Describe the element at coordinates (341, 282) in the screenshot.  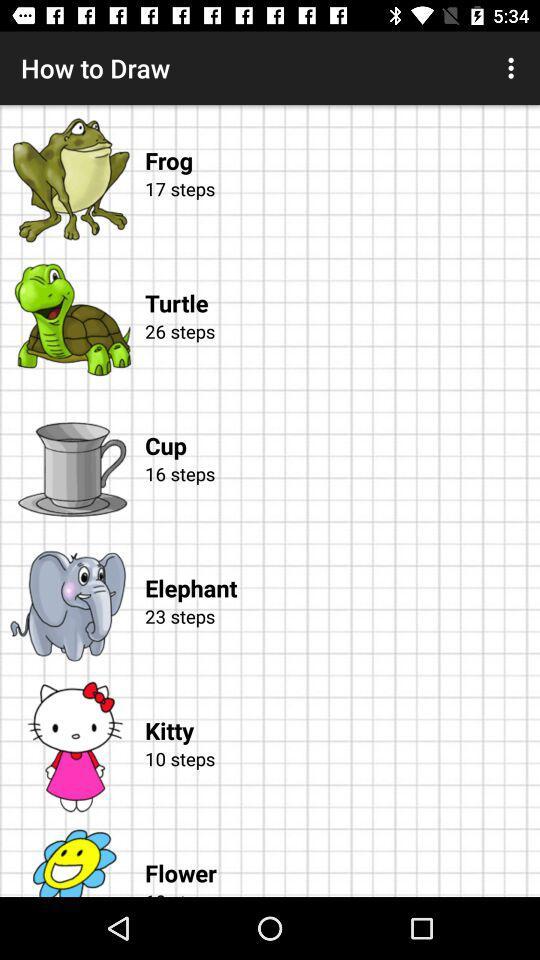
I see `the turtle icon` at that location.